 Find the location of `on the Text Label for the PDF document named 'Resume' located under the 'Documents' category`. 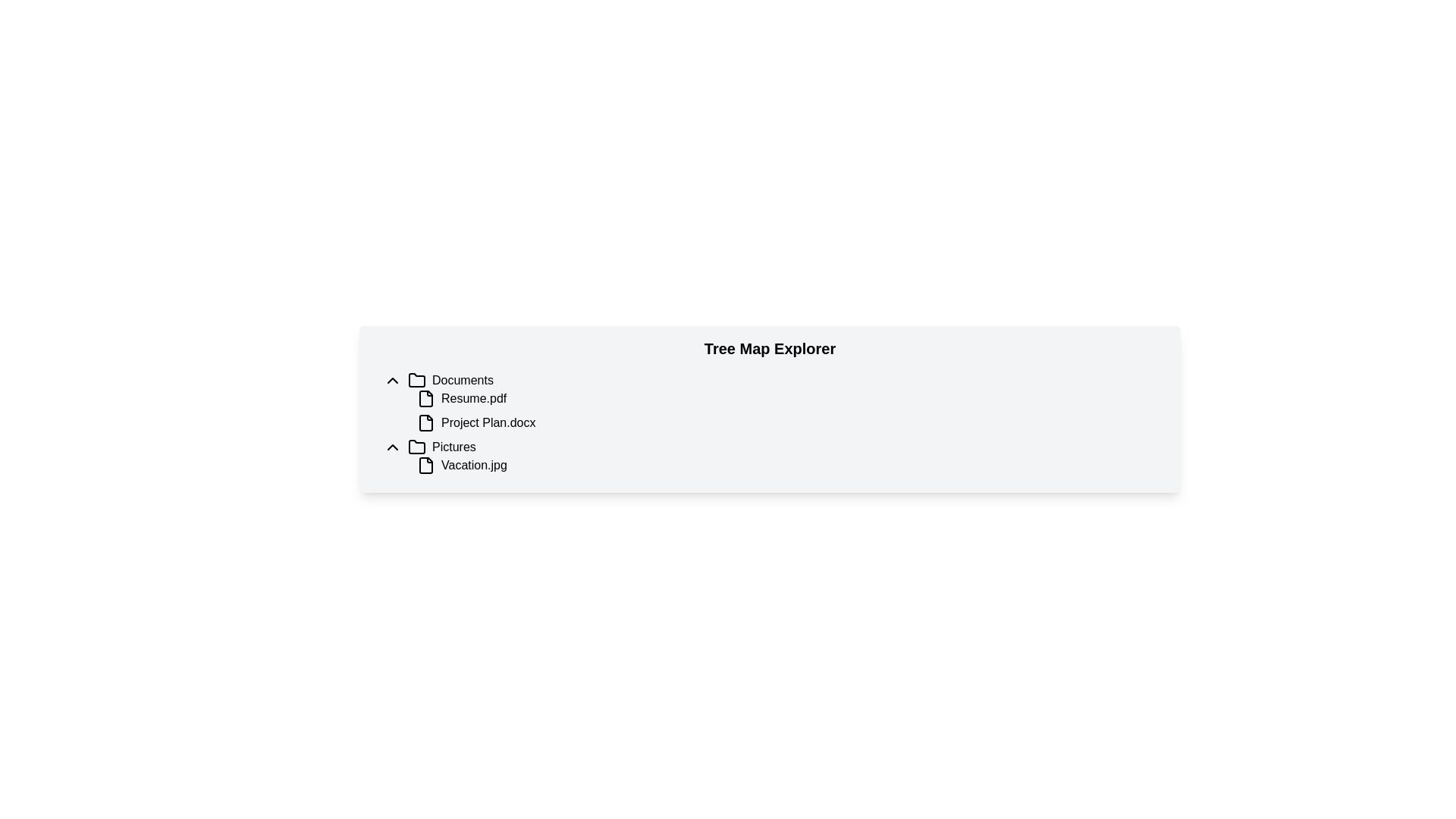

on the Text Label for the PDF document named 'Resume' located under the 'Documents' category is located at coordinates (472, 397).